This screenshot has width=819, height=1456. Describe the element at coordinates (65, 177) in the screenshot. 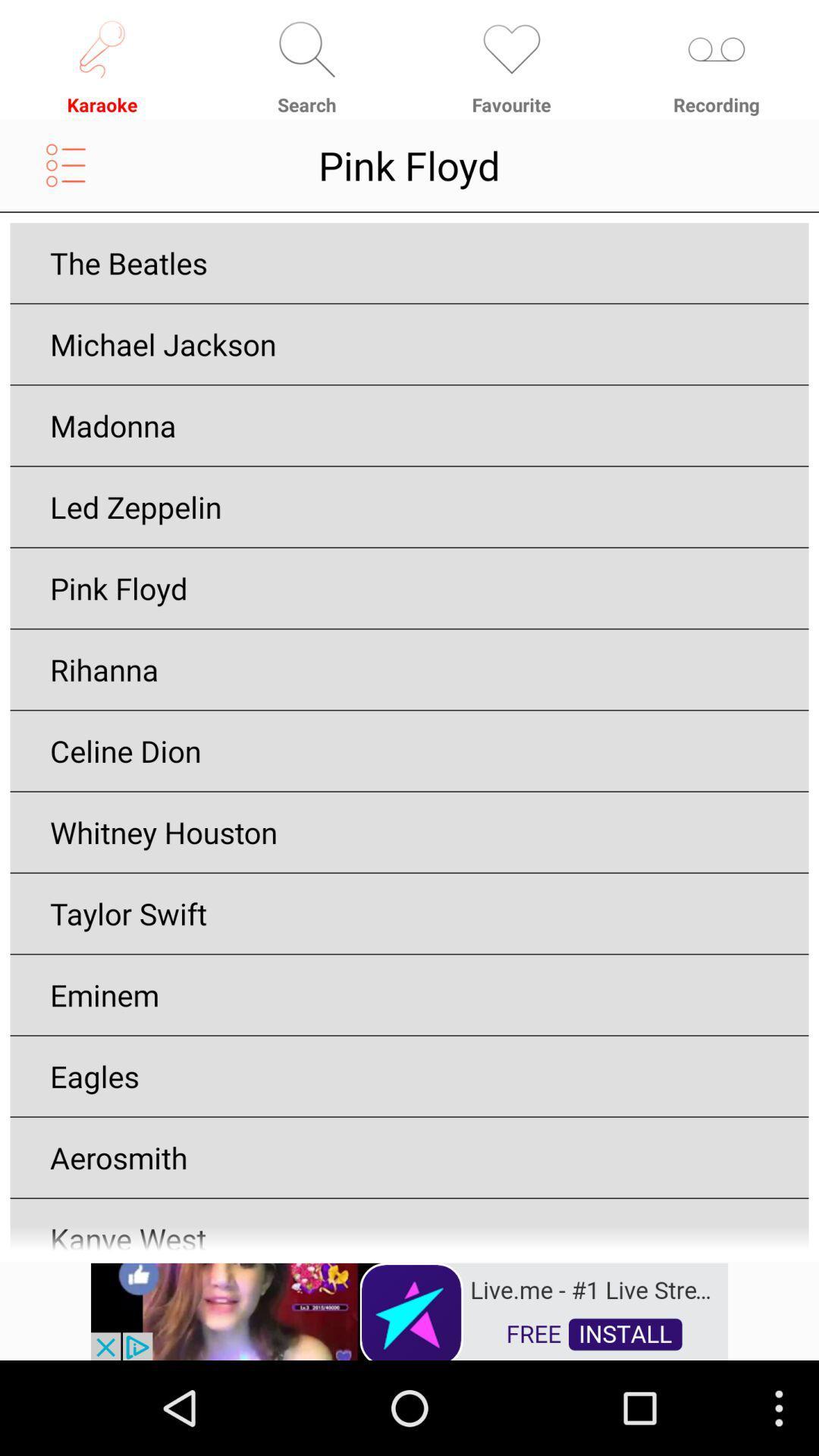

I see `the list icon` at that location.